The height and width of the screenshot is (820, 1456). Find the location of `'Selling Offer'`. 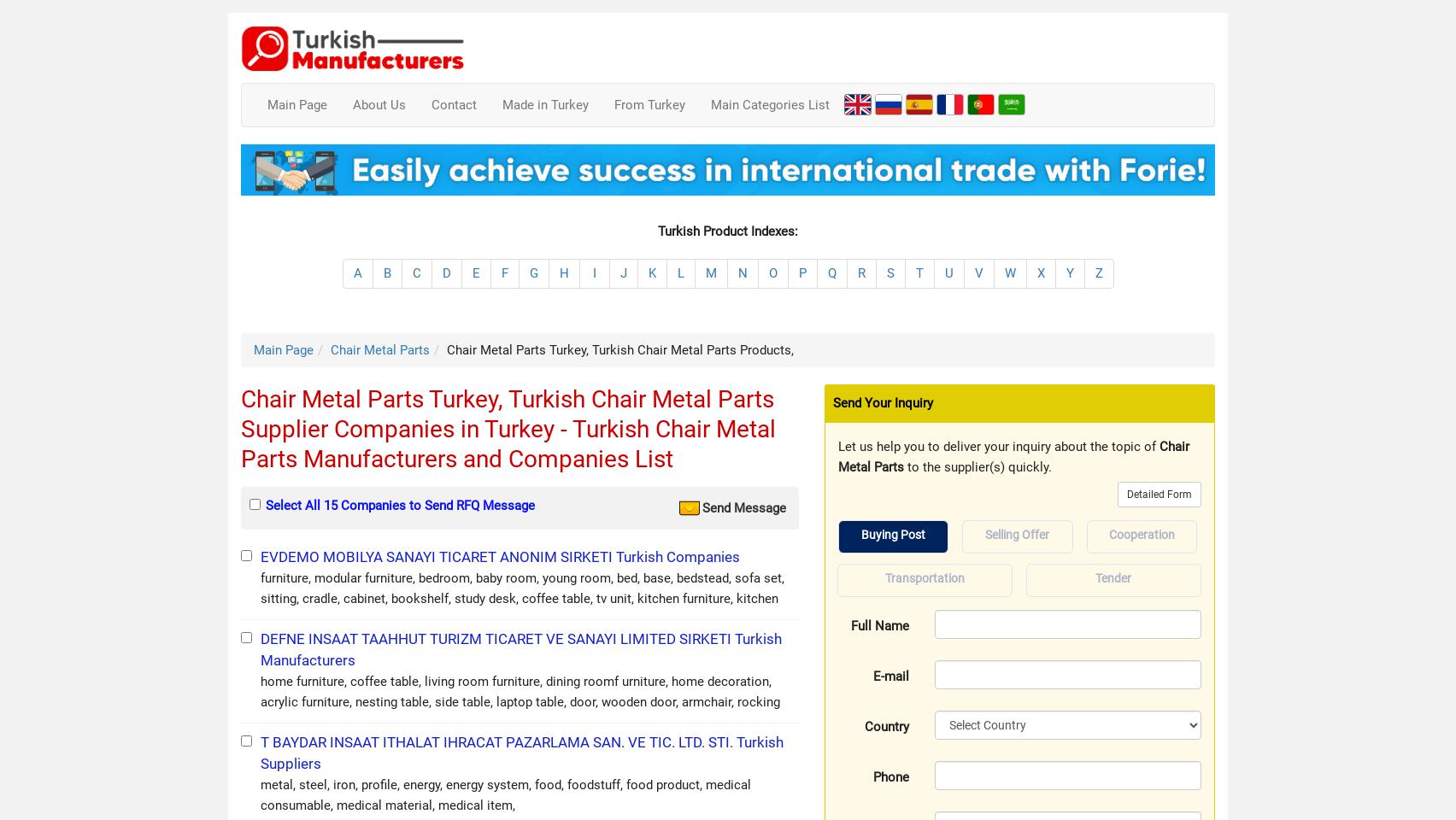

'Selling Offer' is located at coordinates (1016, 534).